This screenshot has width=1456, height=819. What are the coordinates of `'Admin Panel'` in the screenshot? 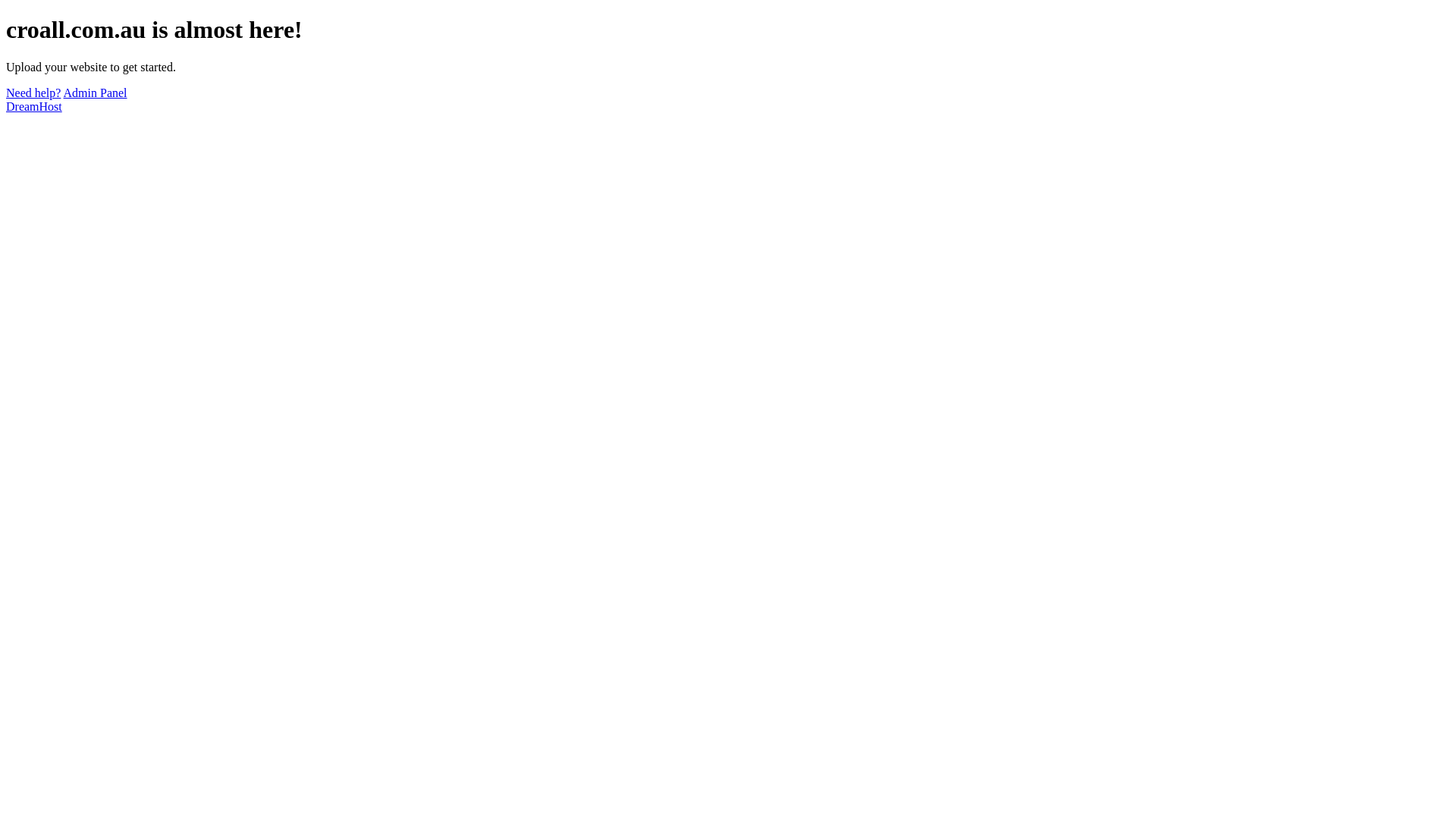 It's located at (94, 93).